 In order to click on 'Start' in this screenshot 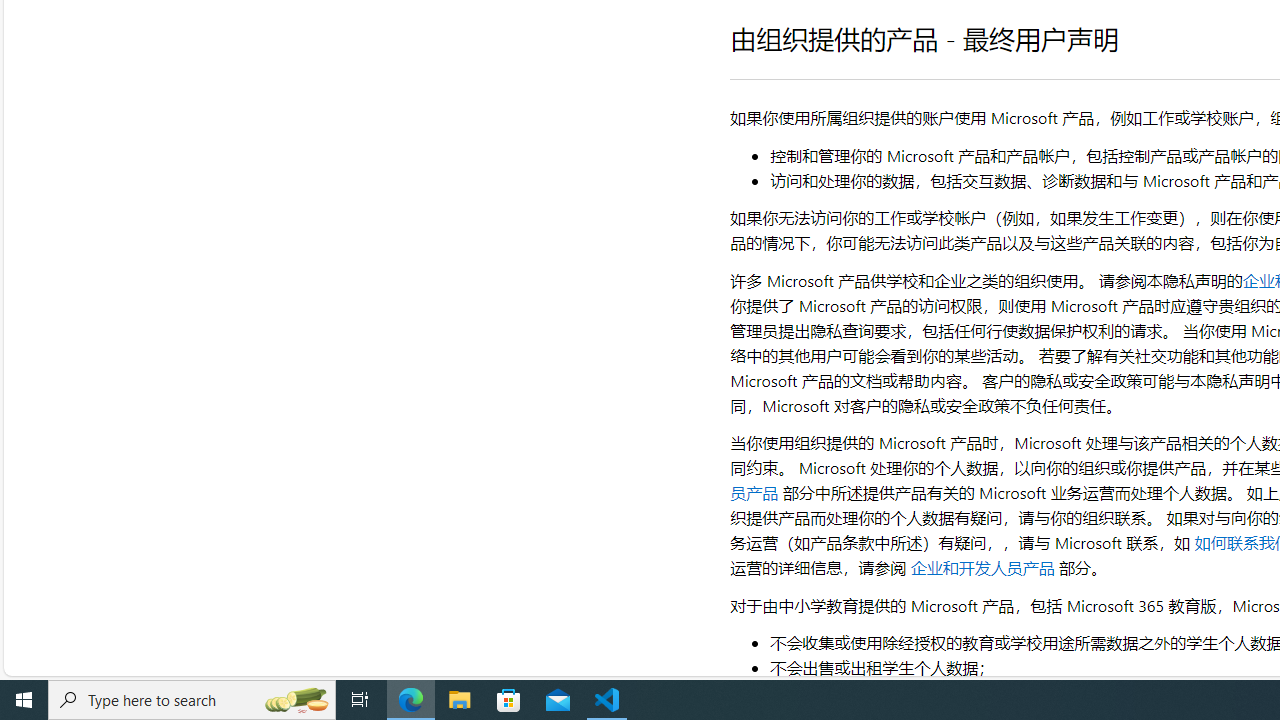, I will do `click(24, 698)`.